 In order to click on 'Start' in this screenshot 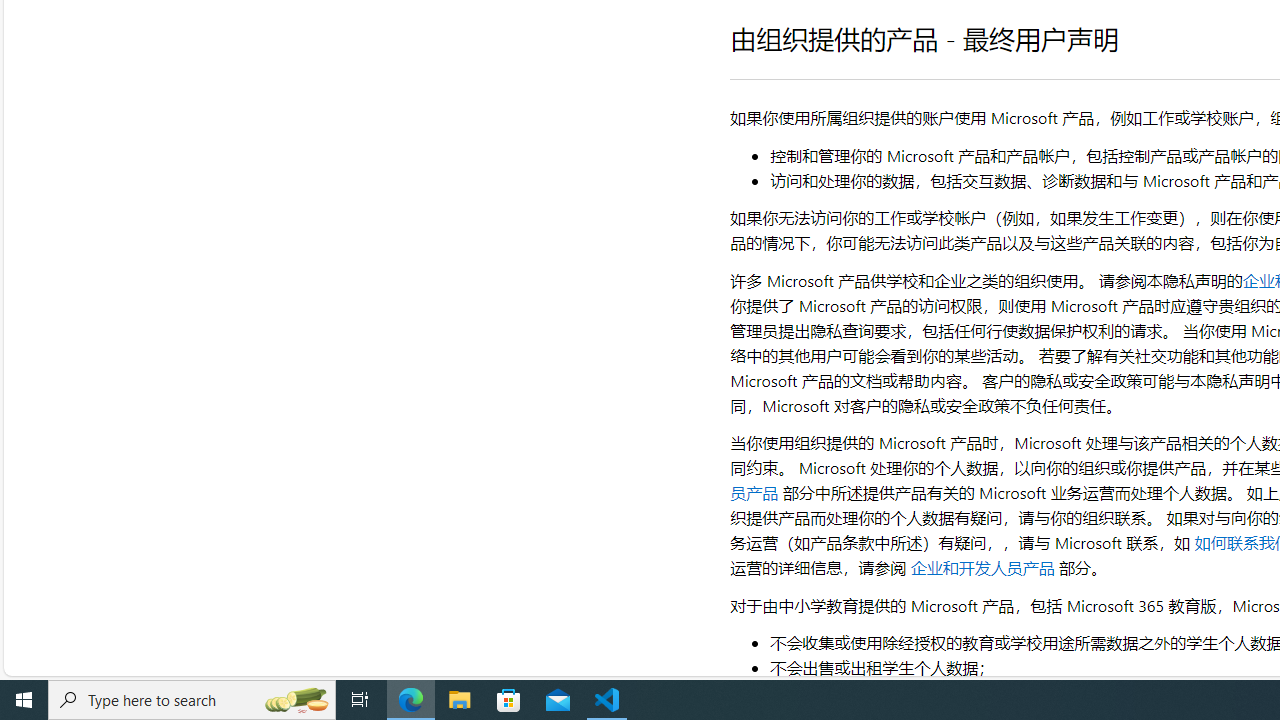, I will do `click(24, 698)`.